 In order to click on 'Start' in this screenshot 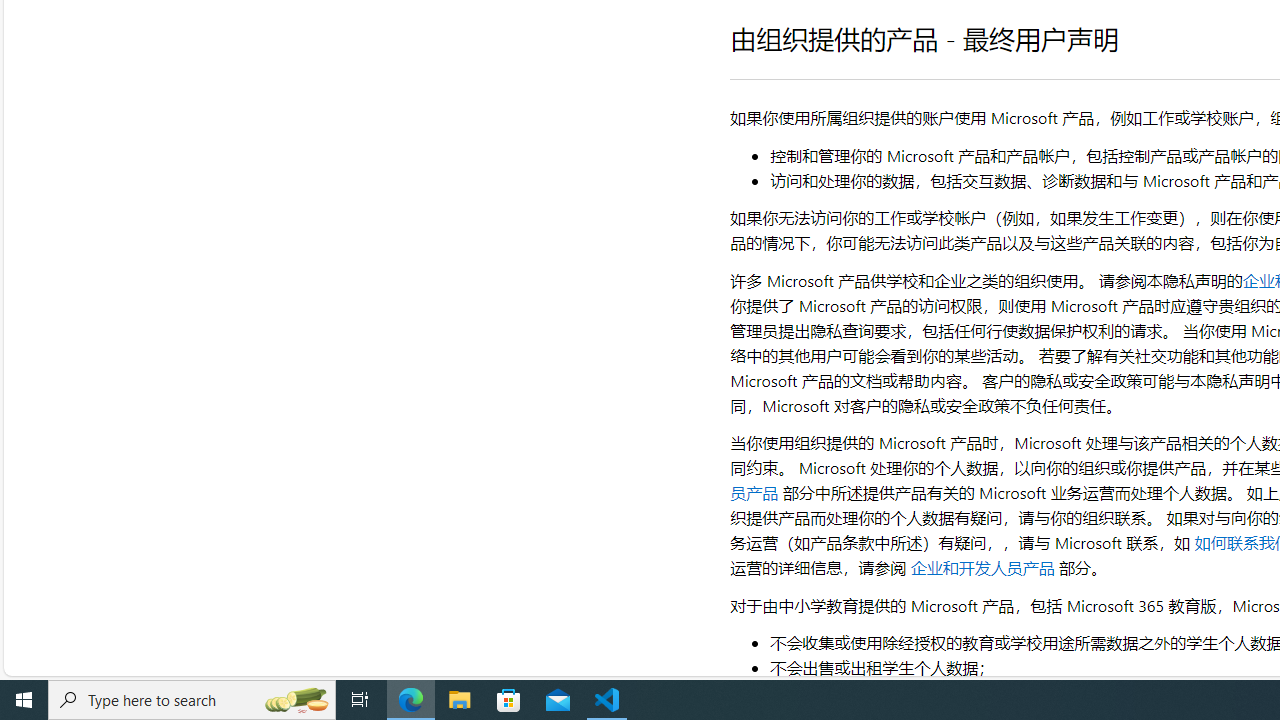, I will do `click(24, 698)`.